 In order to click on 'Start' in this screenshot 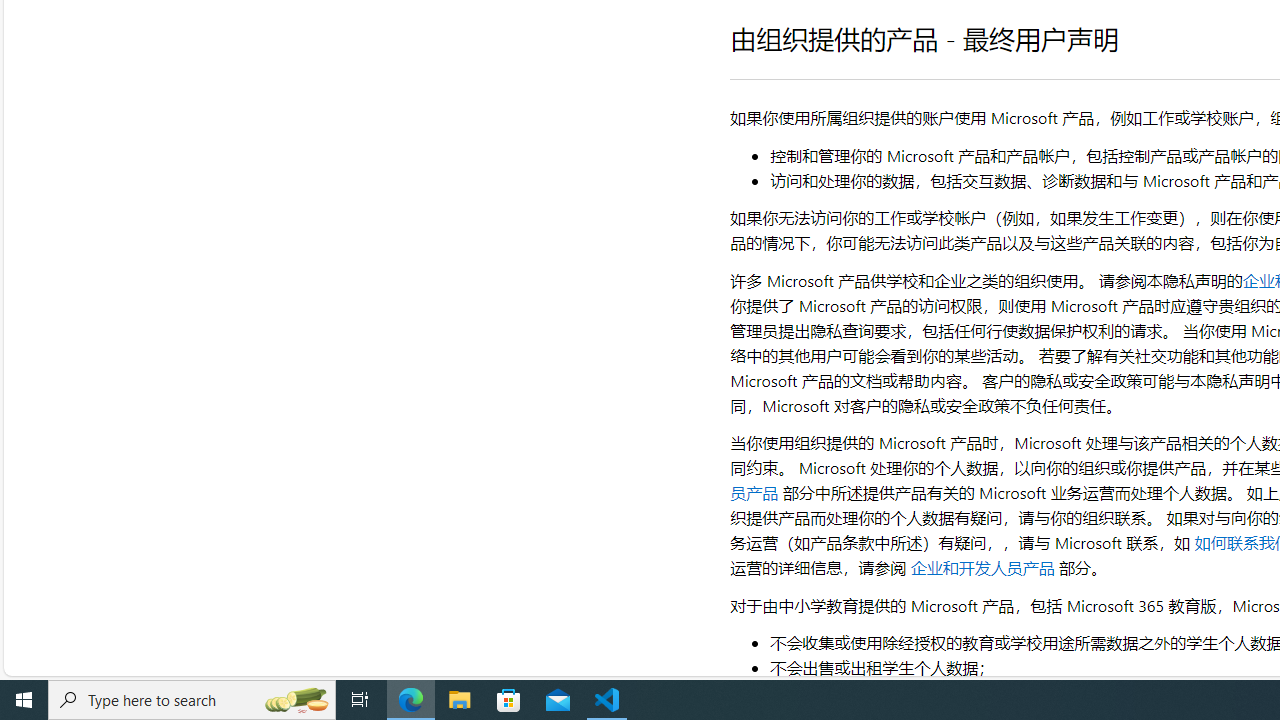, I will do `click(24, 698)`.